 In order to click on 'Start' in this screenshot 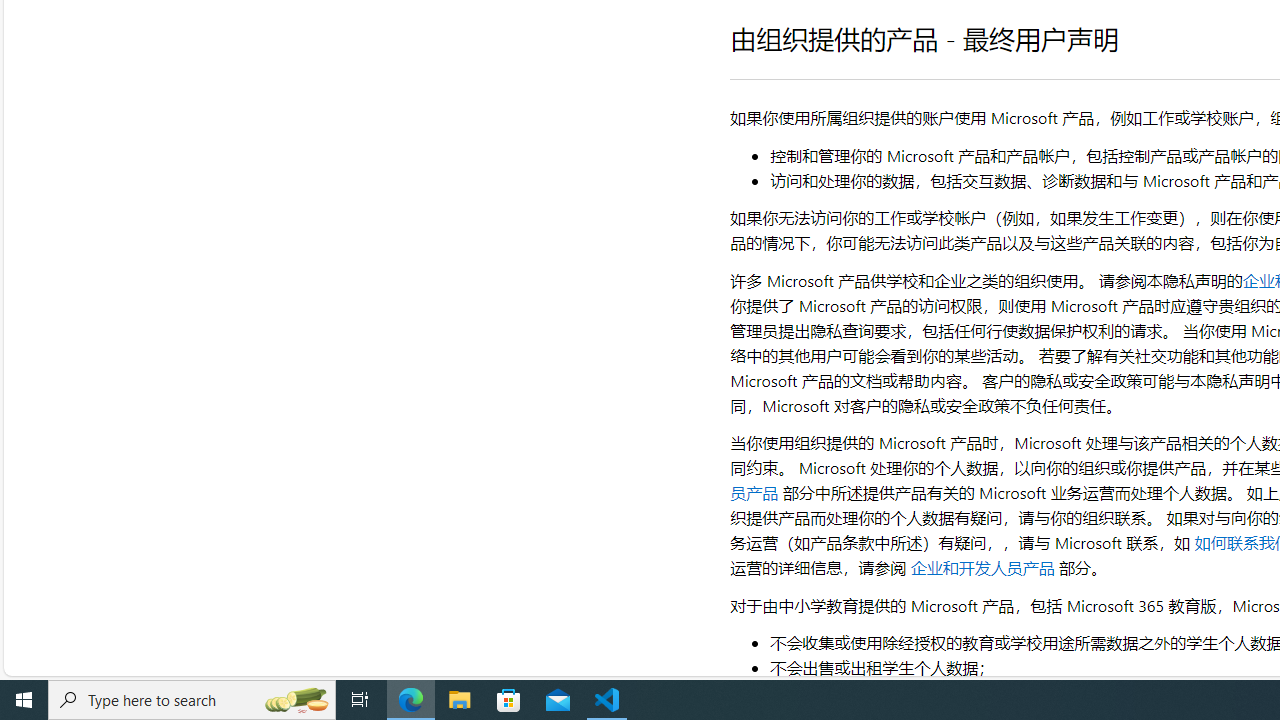, I will do `click(24, 698)`.